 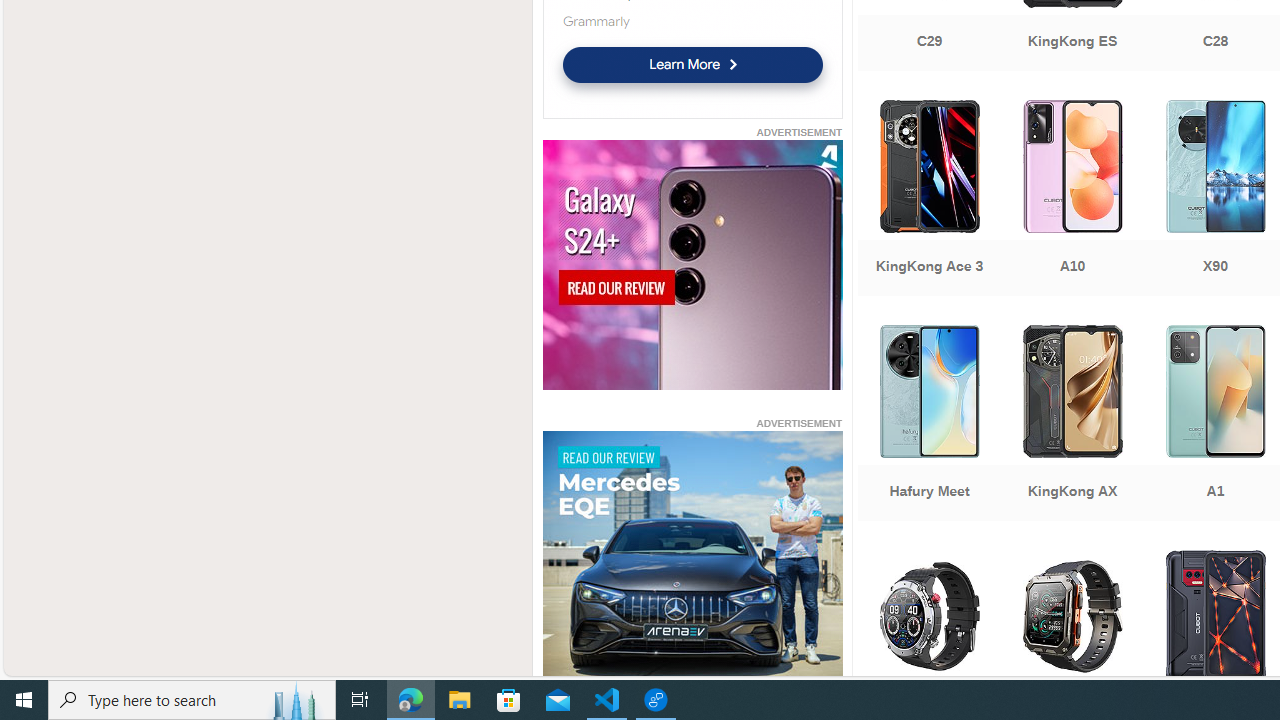 What do you see at coordinates (928, 424) in the screenshot?
I see `'Hafury Meet'` at bounding box center [928, 424].